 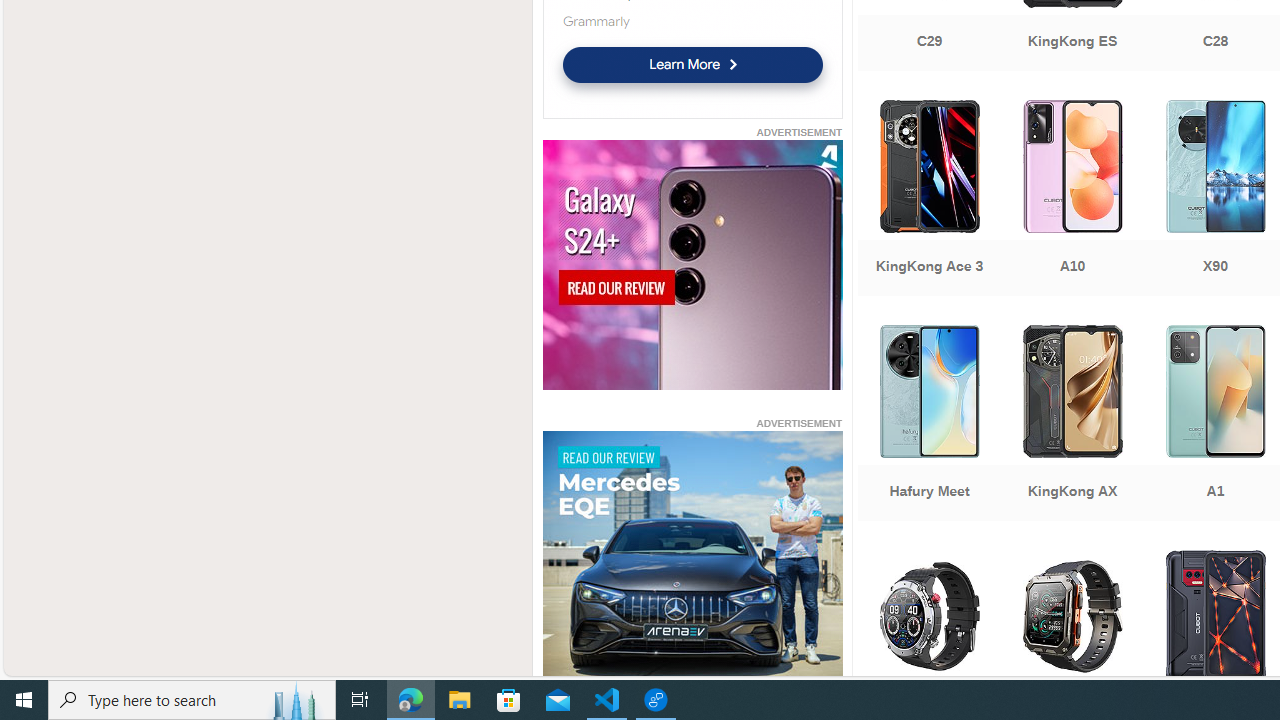 What do you see at coordinates (928, 424) in the screenshot?
I see `'Hafury Meet'` at bounding box center [928, 424].